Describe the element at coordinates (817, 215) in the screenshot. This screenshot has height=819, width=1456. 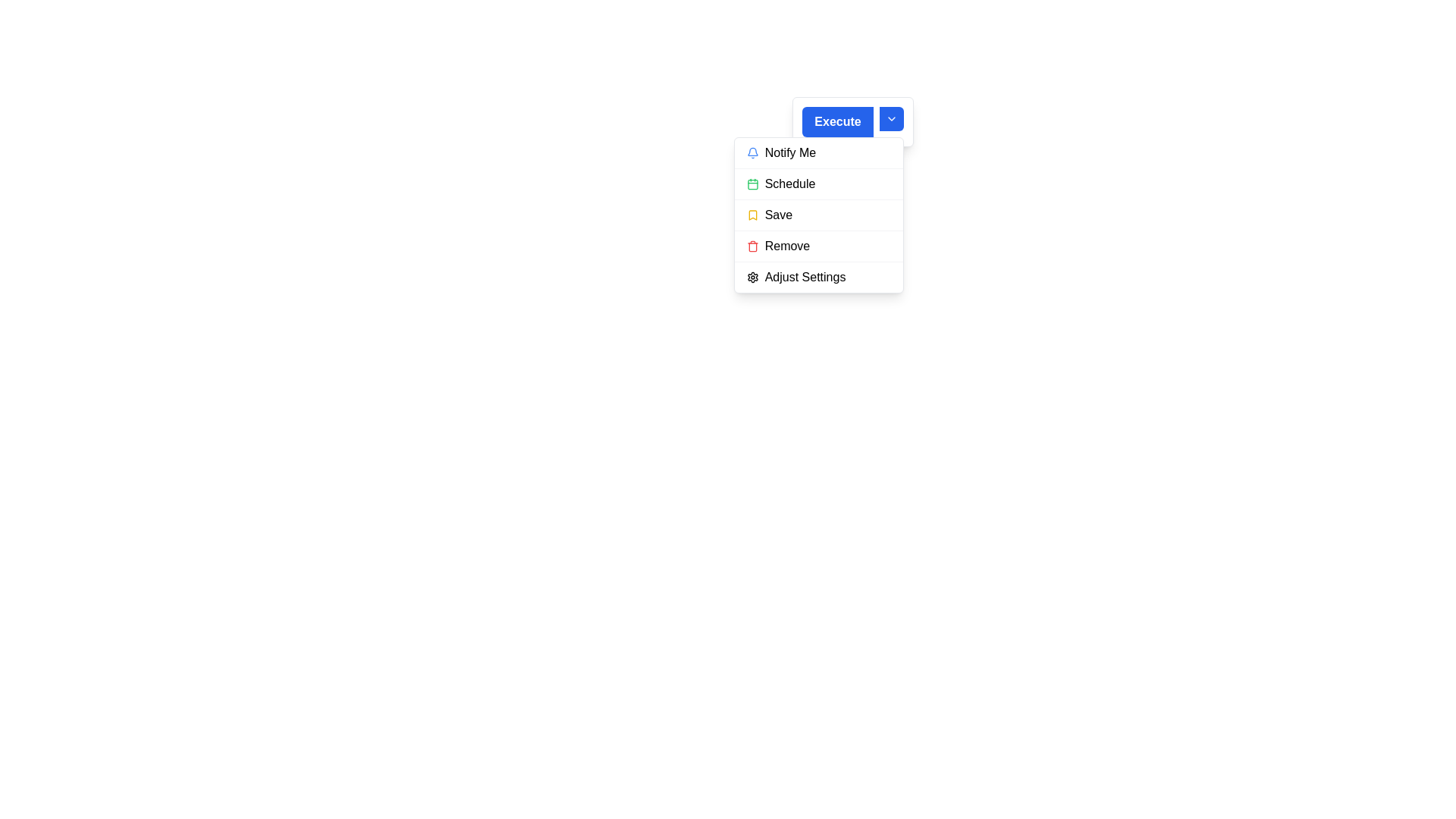
I see `the third item in the dropdown menu located below the 'Execute' button` at that location.